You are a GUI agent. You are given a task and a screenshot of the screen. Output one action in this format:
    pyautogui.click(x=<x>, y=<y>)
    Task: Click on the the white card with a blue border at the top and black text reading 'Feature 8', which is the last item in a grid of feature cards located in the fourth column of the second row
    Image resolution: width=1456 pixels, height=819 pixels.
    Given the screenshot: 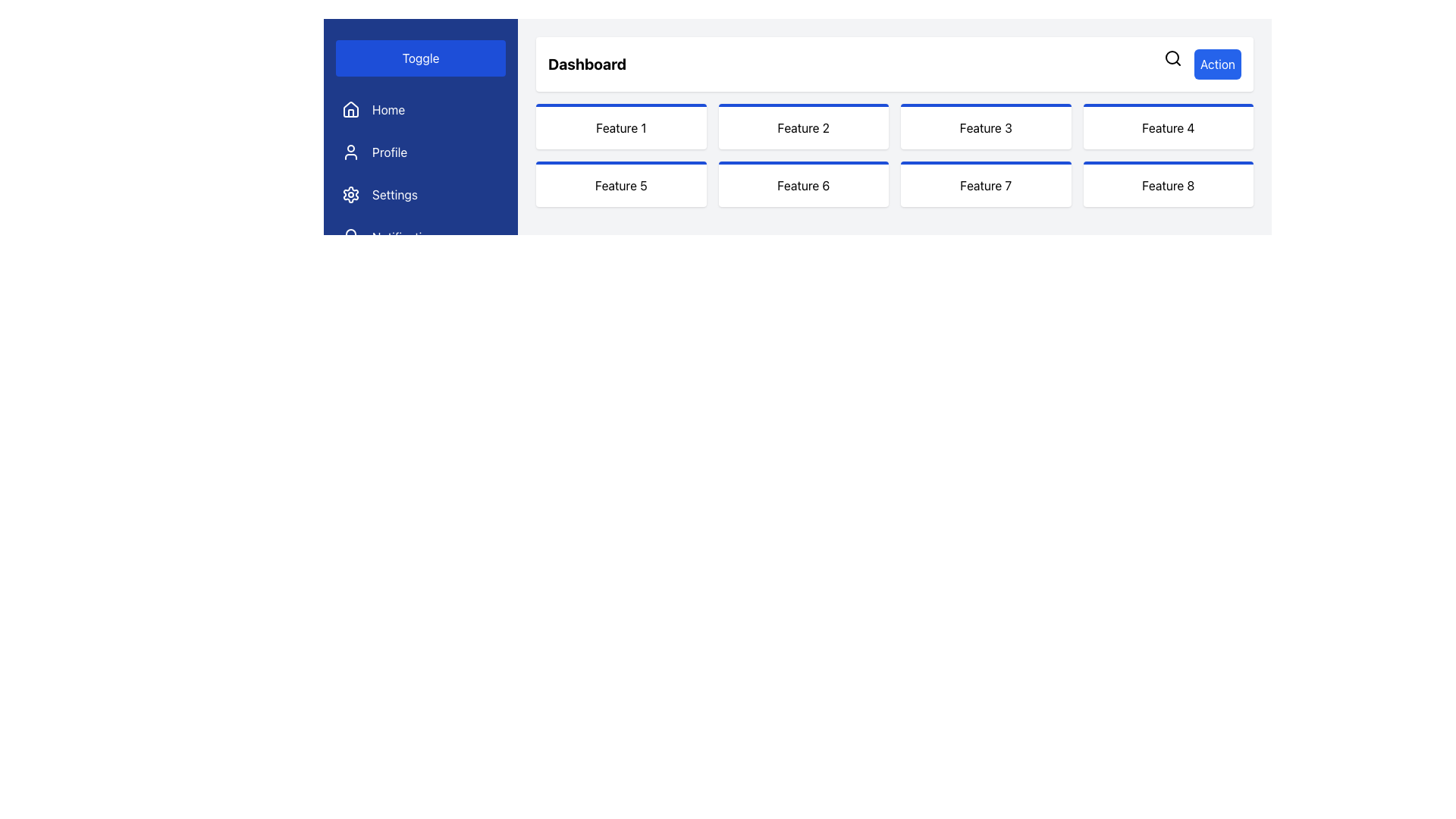 What is the action you would take?
    pyautogui.click(x=1167, y=184)
    